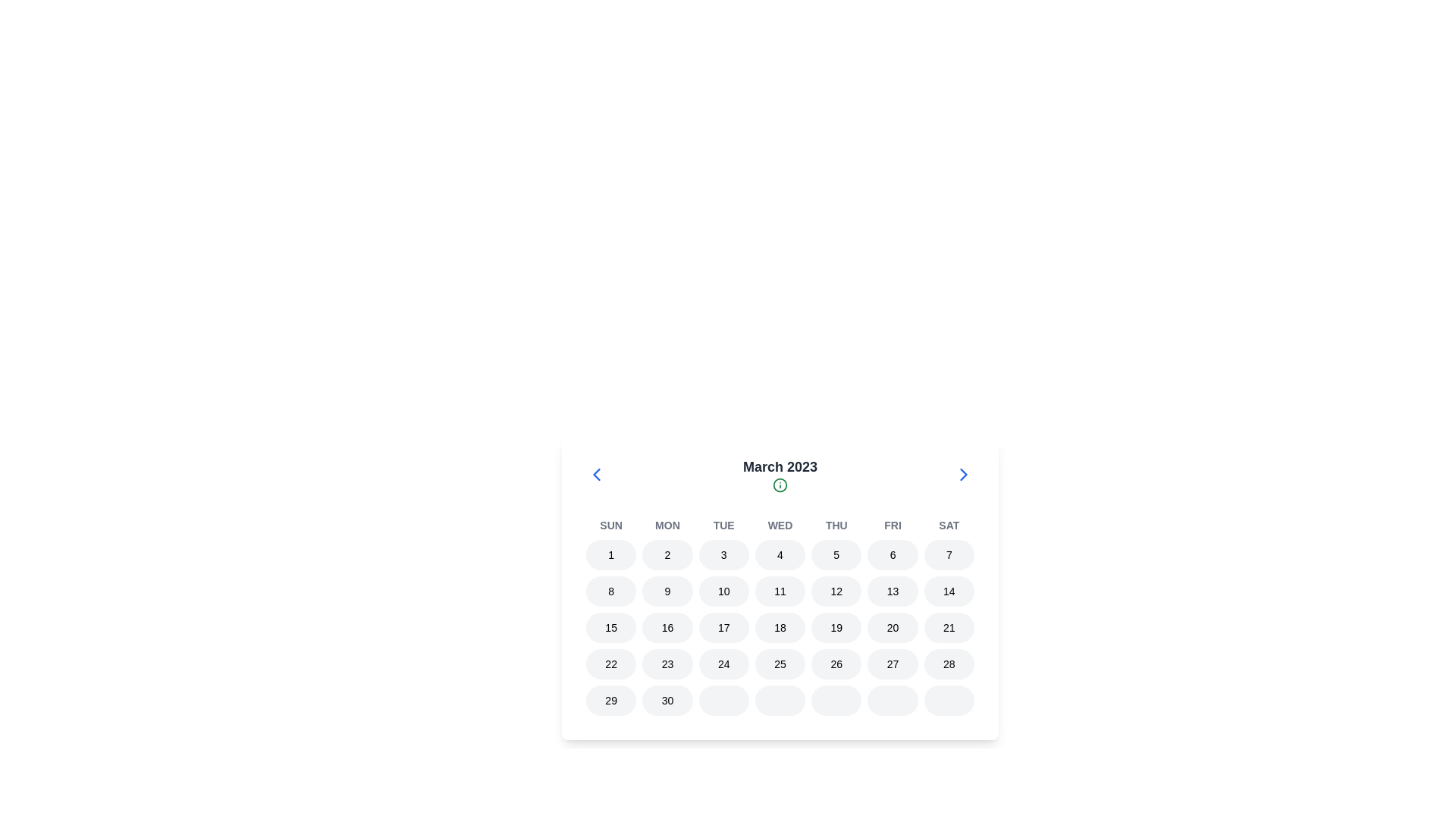 This screenshot has height=819, width=1456. What do you see at coordinates (893, 555) in the screenshot?
I see `the sixth button` at bounding box center [893, 555].